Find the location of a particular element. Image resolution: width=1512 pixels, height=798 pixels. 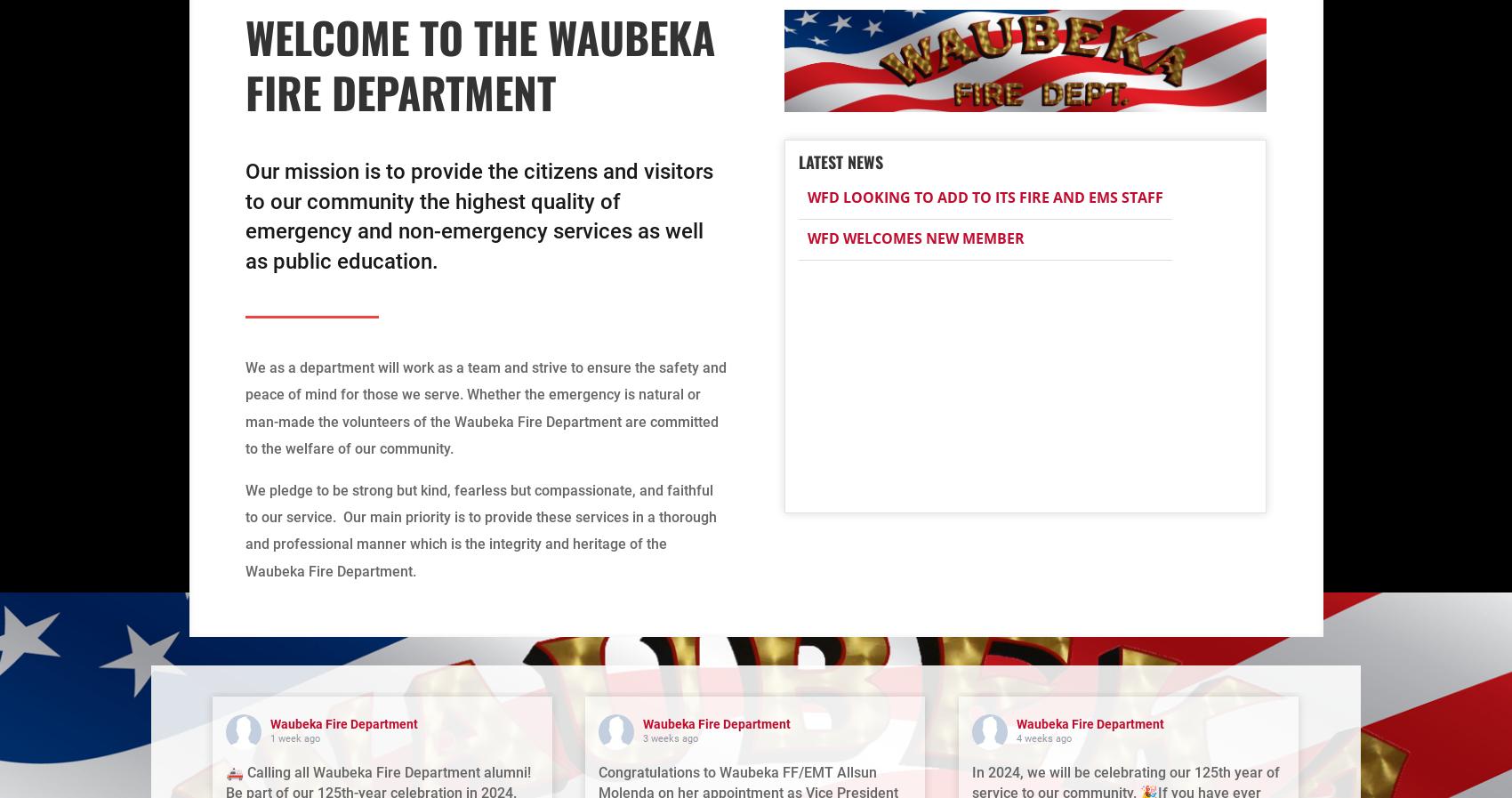

'wfd looking to add to its fire and ems staff' is located at coordinates (806, 197).